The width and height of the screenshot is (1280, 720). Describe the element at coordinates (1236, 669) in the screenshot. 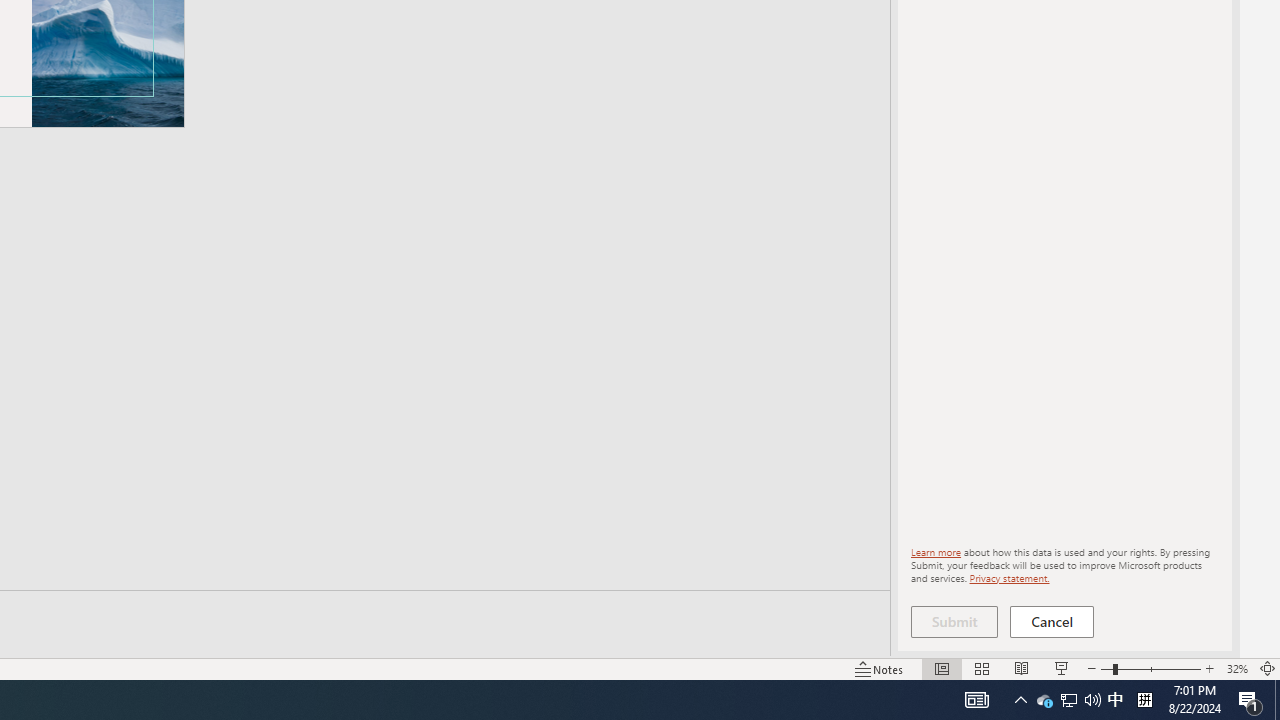

I see `'Zoom 32%'` at that location.